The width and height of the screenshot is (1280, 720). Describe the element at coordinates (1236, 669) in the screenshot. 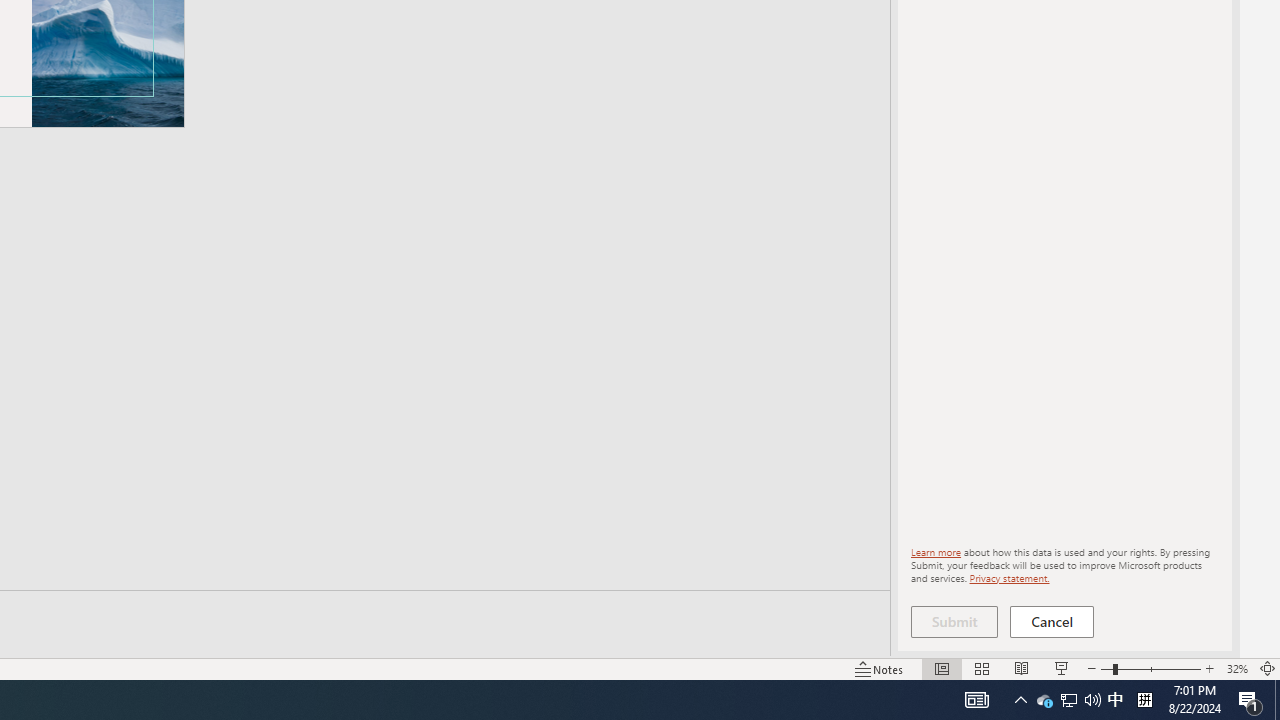

I see `'Zoom 32%'` at that location.